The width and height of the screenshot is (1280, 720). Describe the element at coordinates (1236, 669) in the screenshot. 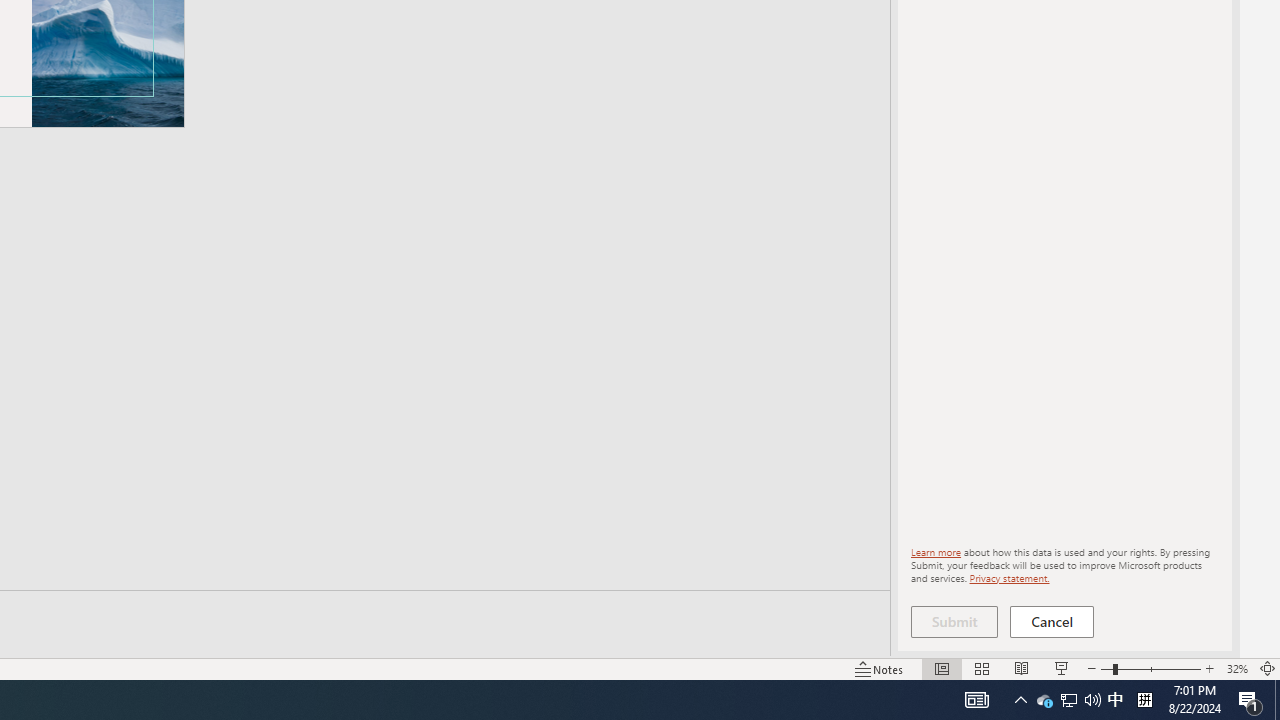

I see `'Zoom 32%'` at that location.